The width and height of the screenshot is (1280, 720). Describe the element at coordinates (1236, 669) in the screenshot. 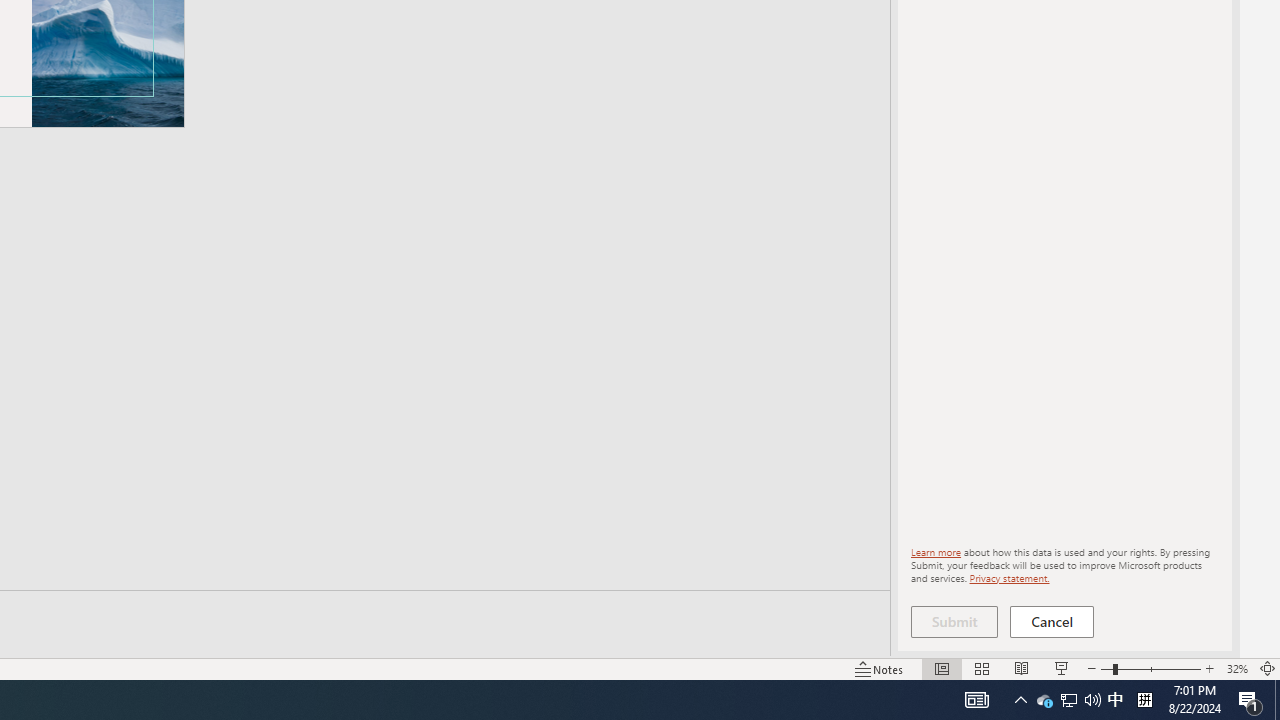

I see `'Zoom 32%'` at that location.